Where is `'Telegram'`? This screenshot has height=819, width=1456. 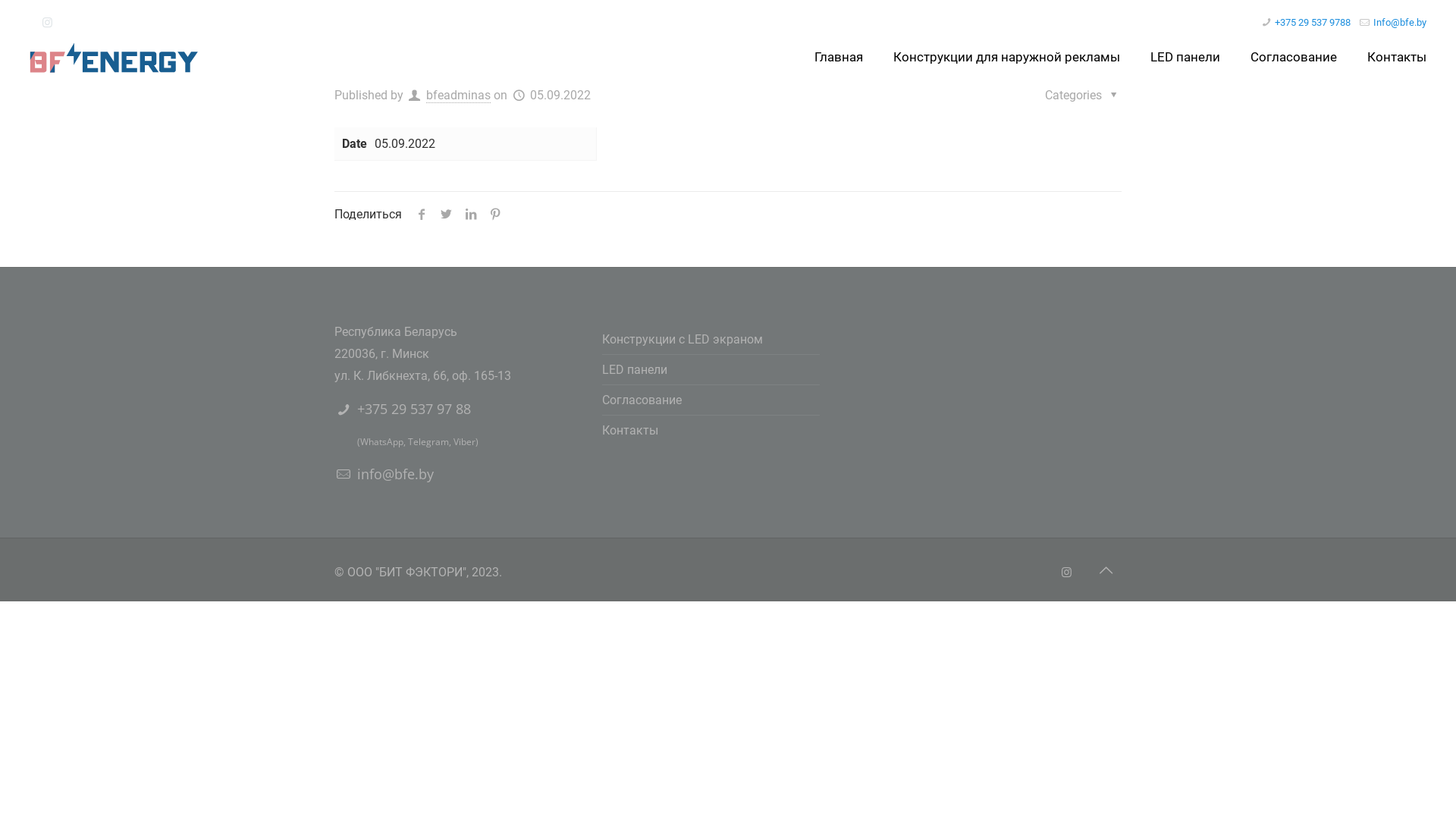
'Telegram' is located at coordinates (407, 441).